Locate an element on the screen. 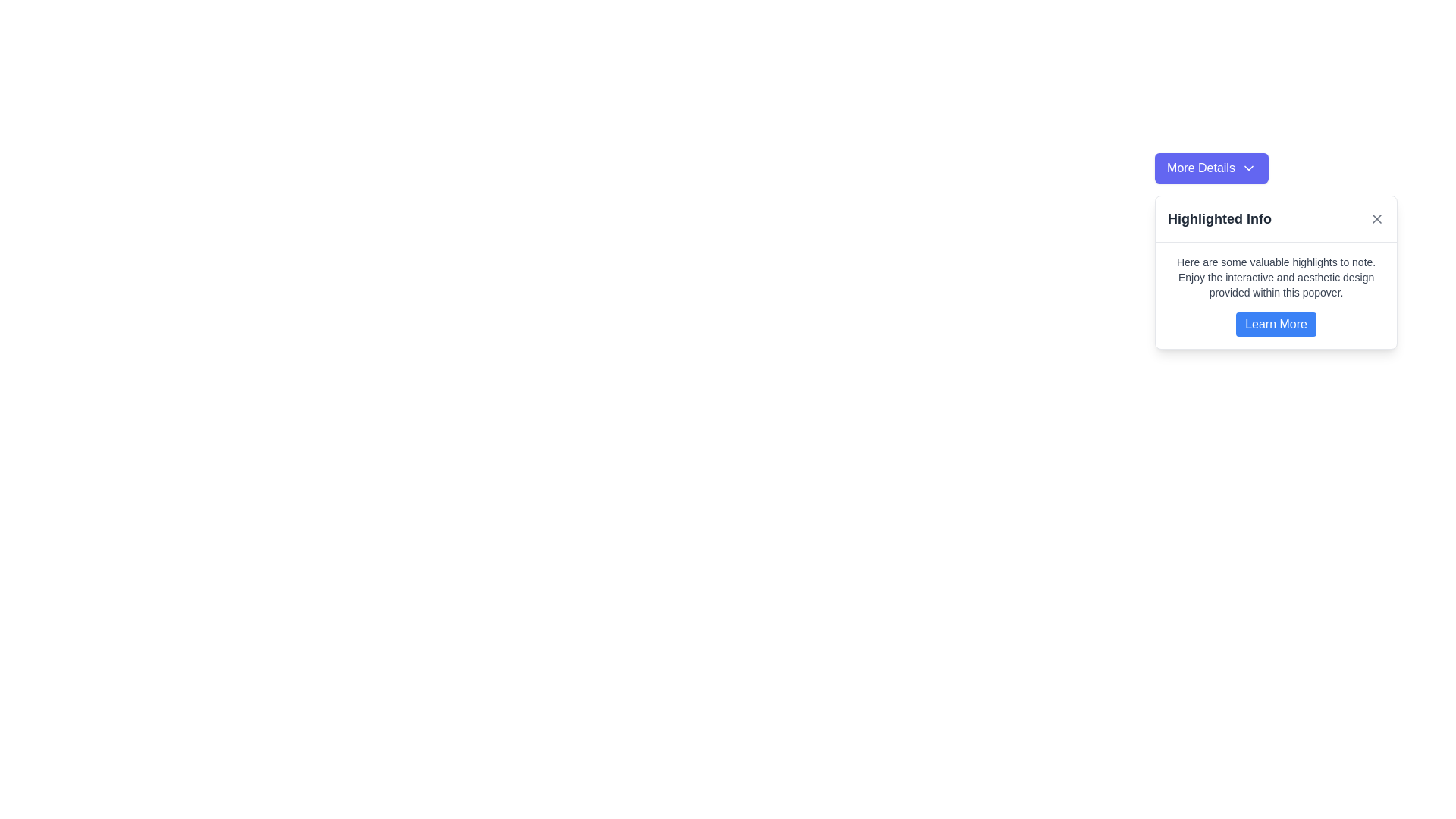 The width and height of the screenshot is (1456, 819). the Text Label located at the top of the popover, situated to the right of the 'More Details' button is located at coordinates (1219, 219).